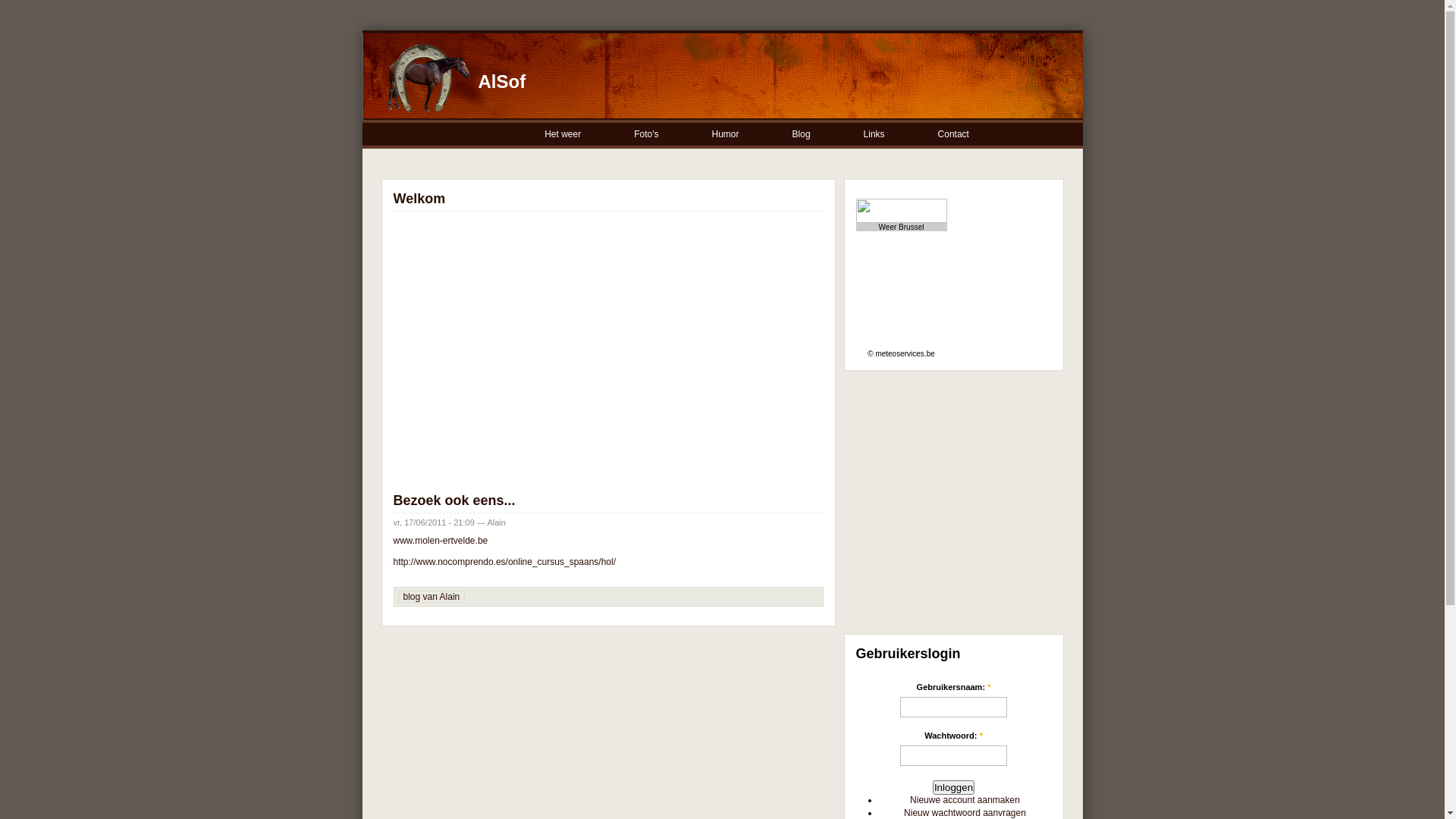  I want to click on 'http://www.nocomprendo.es/online_cursus_spaans/hol/', so click(504, 561).